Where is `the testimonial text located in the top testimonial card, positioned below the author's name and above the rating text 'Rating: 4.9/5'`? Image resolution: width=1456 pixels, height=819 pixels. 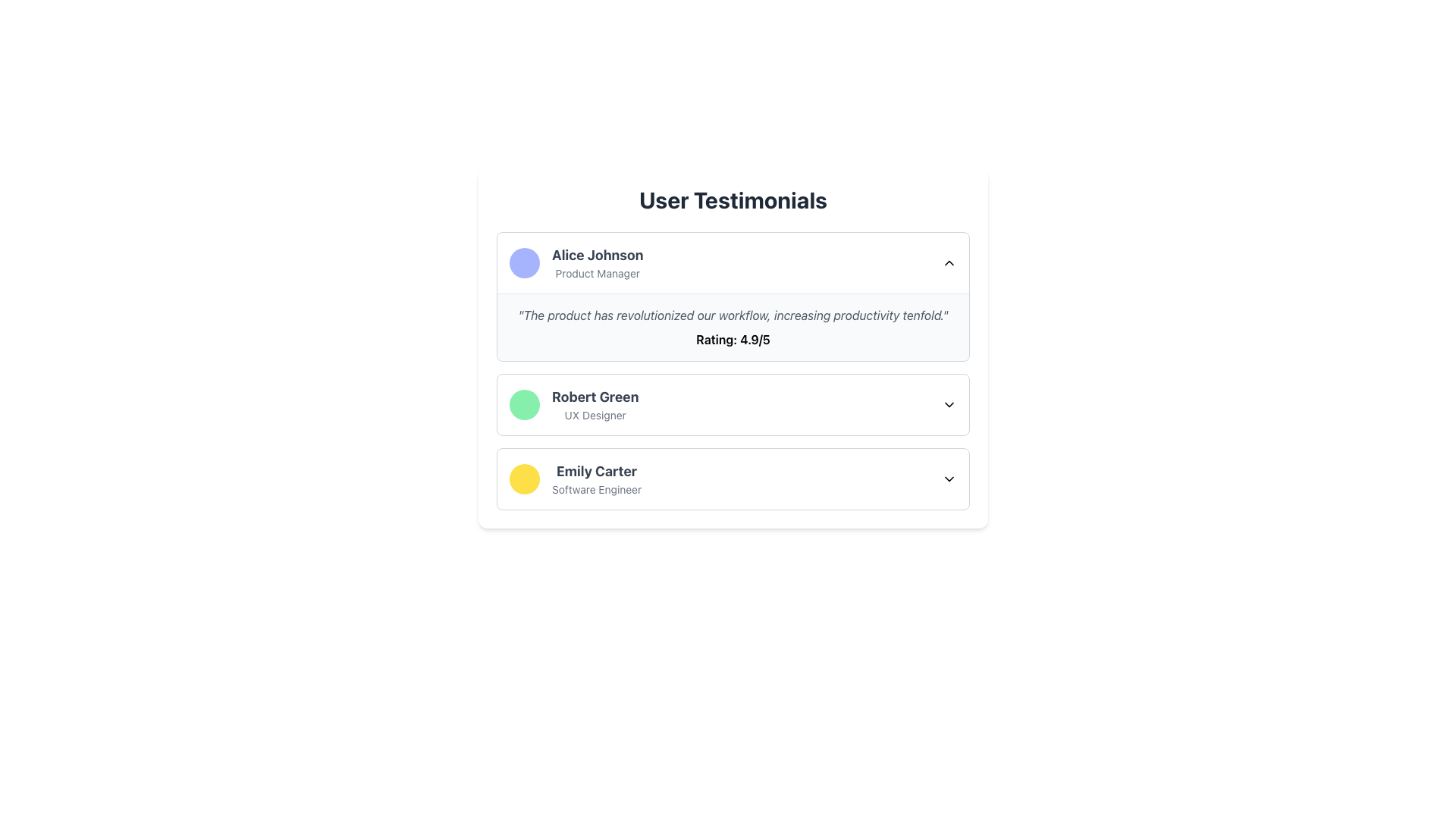
the testimonial text located in the top testimonial card, positioned below the author's name and above the rating text 'Rating: 4.9/5' is located at coordinates (733, 315).